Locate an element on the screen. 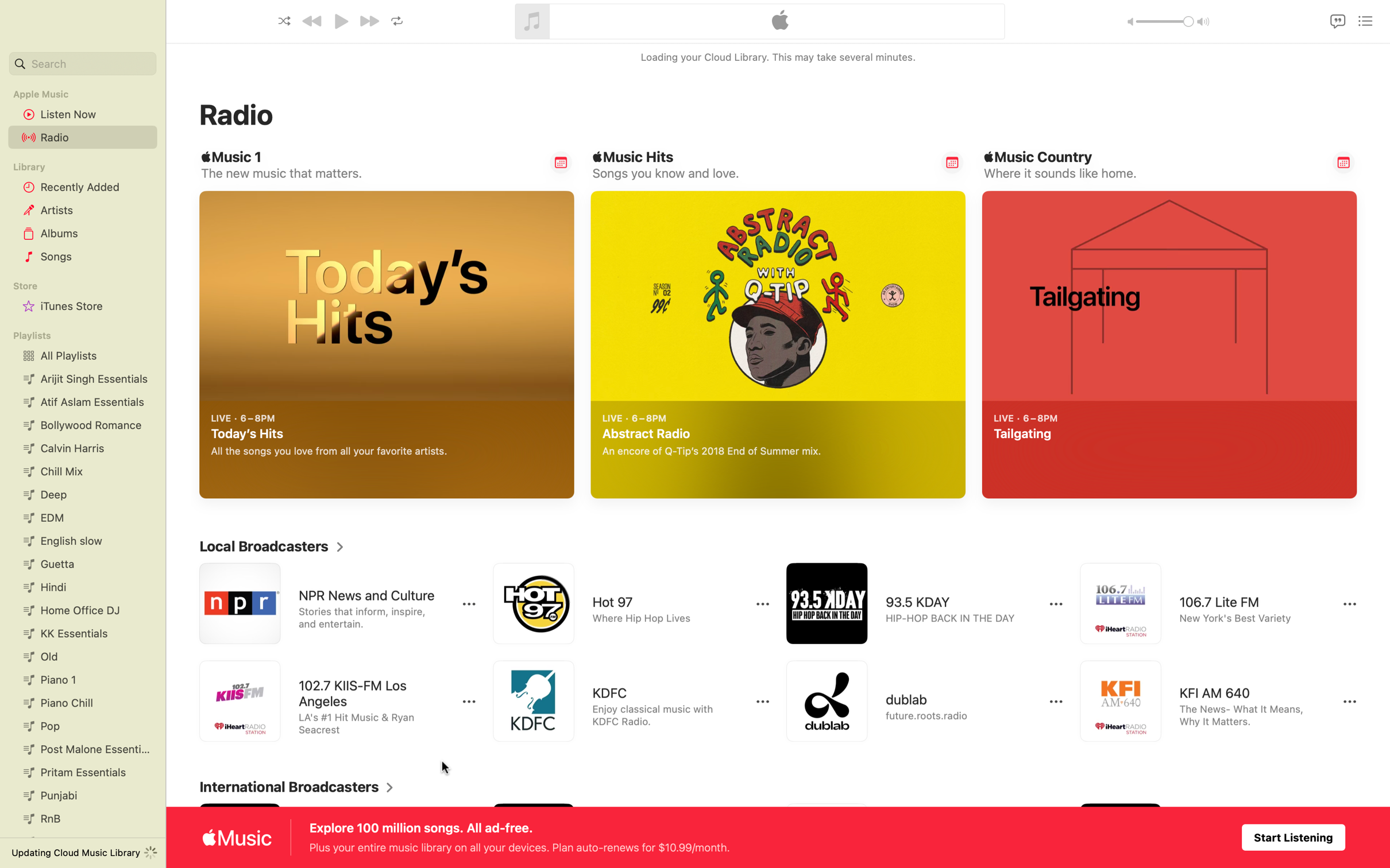 The image size is (1390, 868). play for the current popular songs is located at coordinates (1303820, 723478).